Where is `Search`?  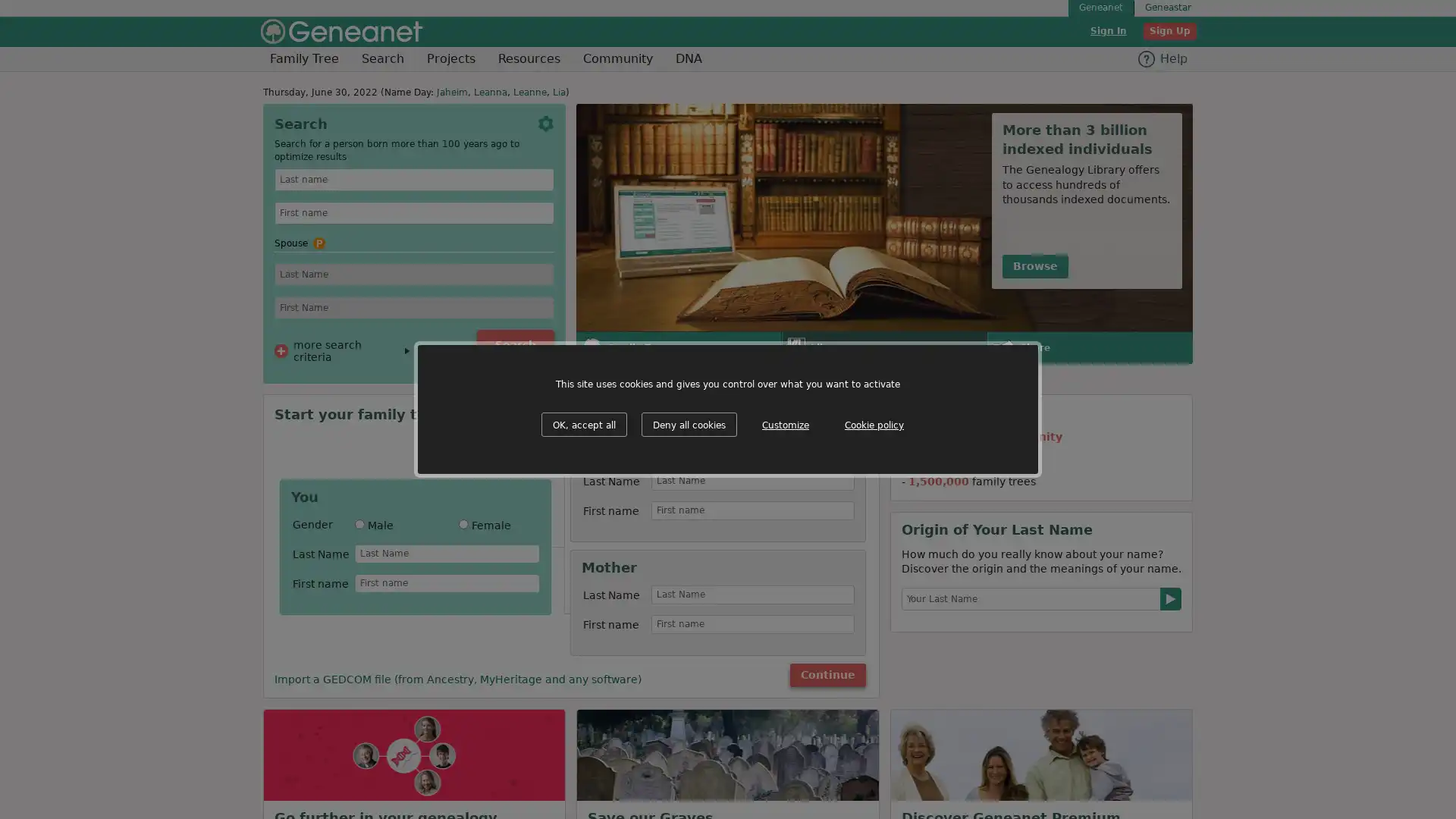 Search is located at coordinates (516, 345).